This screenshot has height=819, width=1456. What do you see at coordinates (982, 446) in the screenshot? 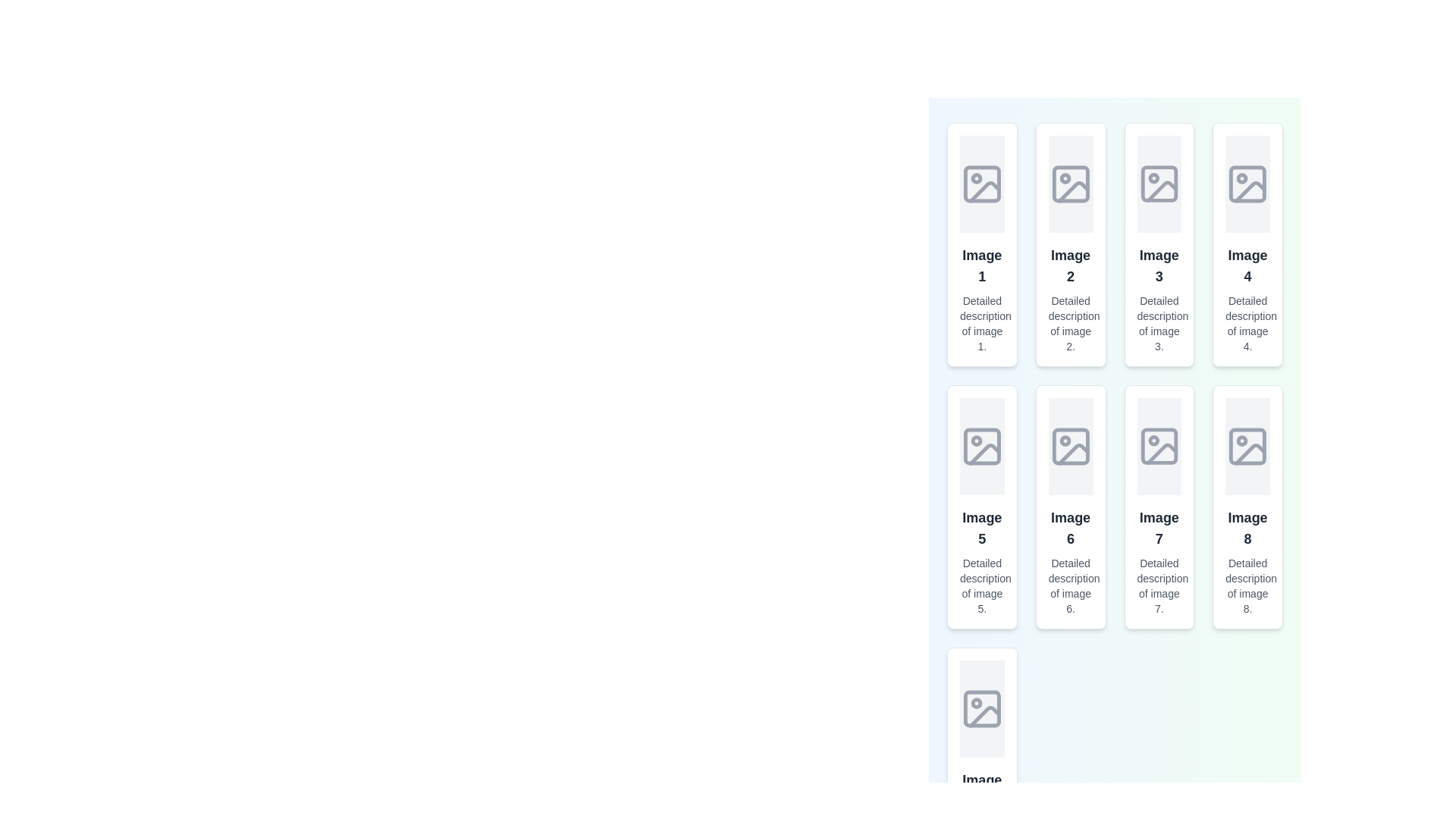
I see `image icon represented by a square frame with rounded corners and a circle with a diagonal line inside, located in the first column and fifth row from the top of the interface` at bounding box center [982, 446].